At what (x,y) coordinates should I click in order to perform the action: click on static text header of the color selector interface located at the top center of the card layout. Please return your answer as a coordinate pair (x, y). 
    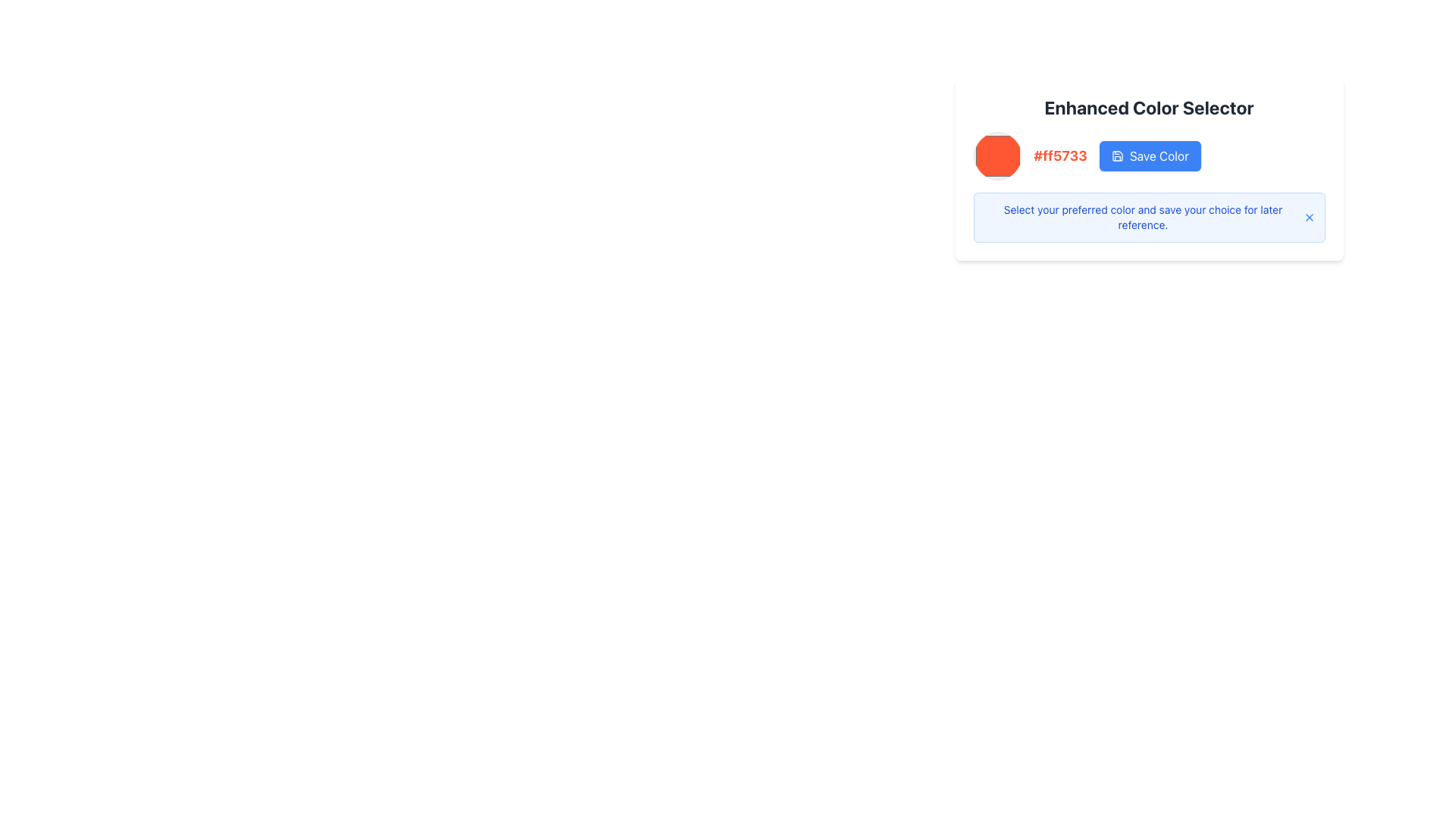
    Looking at the image, I should click on (1149, 107).